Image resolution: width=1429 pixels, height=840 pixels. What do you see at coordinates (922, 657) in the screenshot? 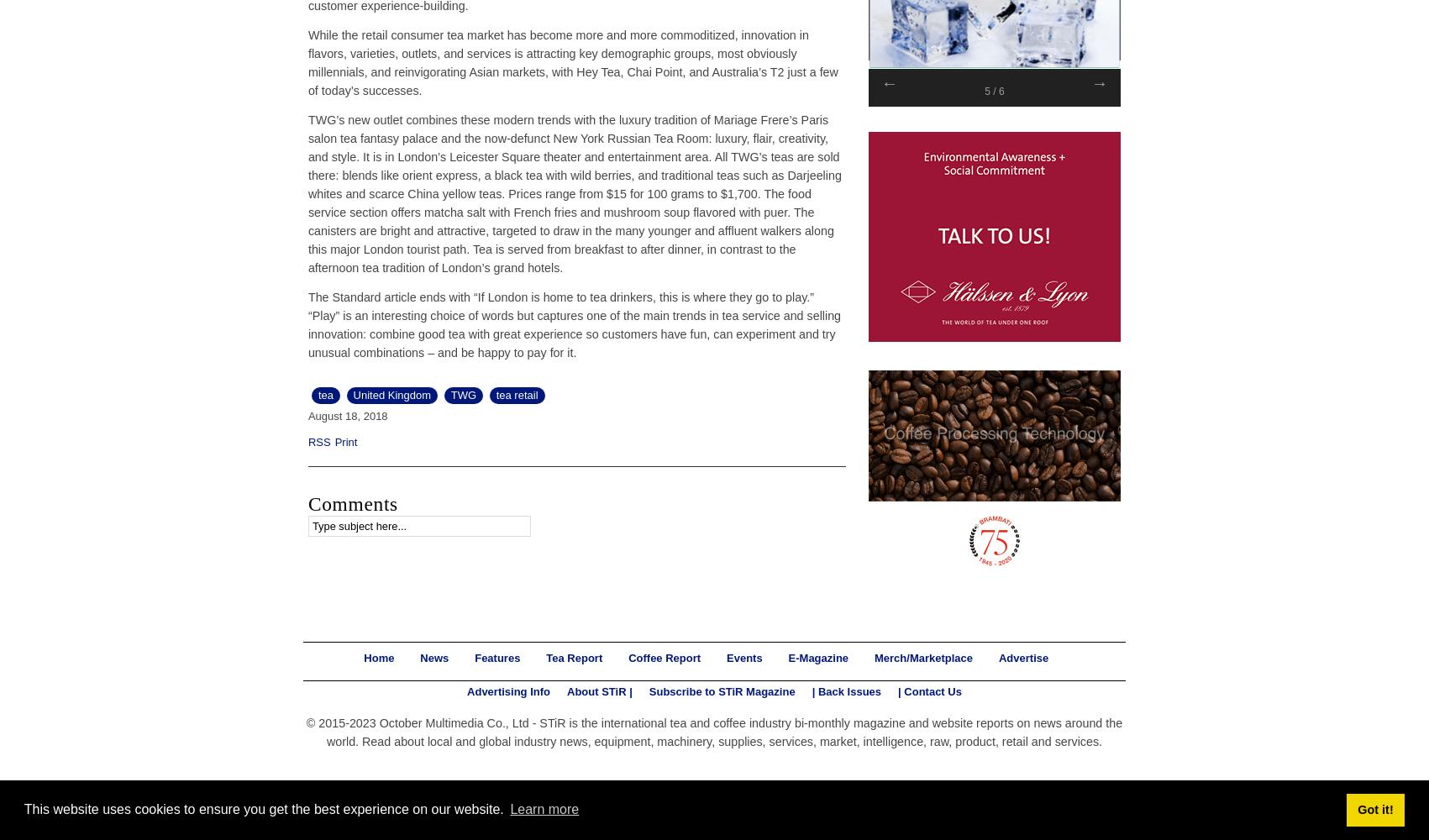
I see `'Merch/Marketplace'` at bounding box center [922, 657].